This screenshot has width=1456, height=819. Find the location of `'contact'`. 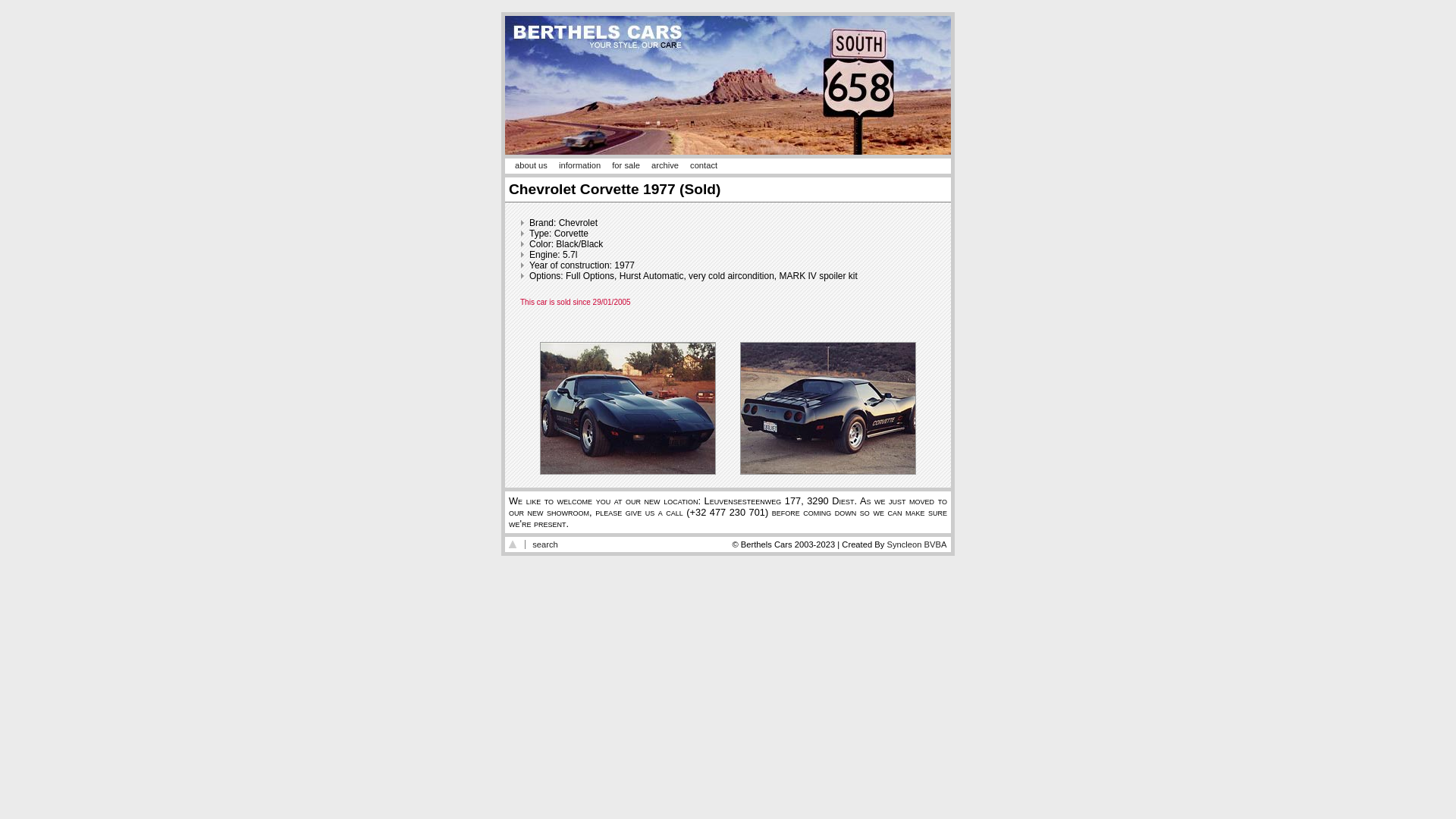

'contact' is located at coordinates (689, 165).